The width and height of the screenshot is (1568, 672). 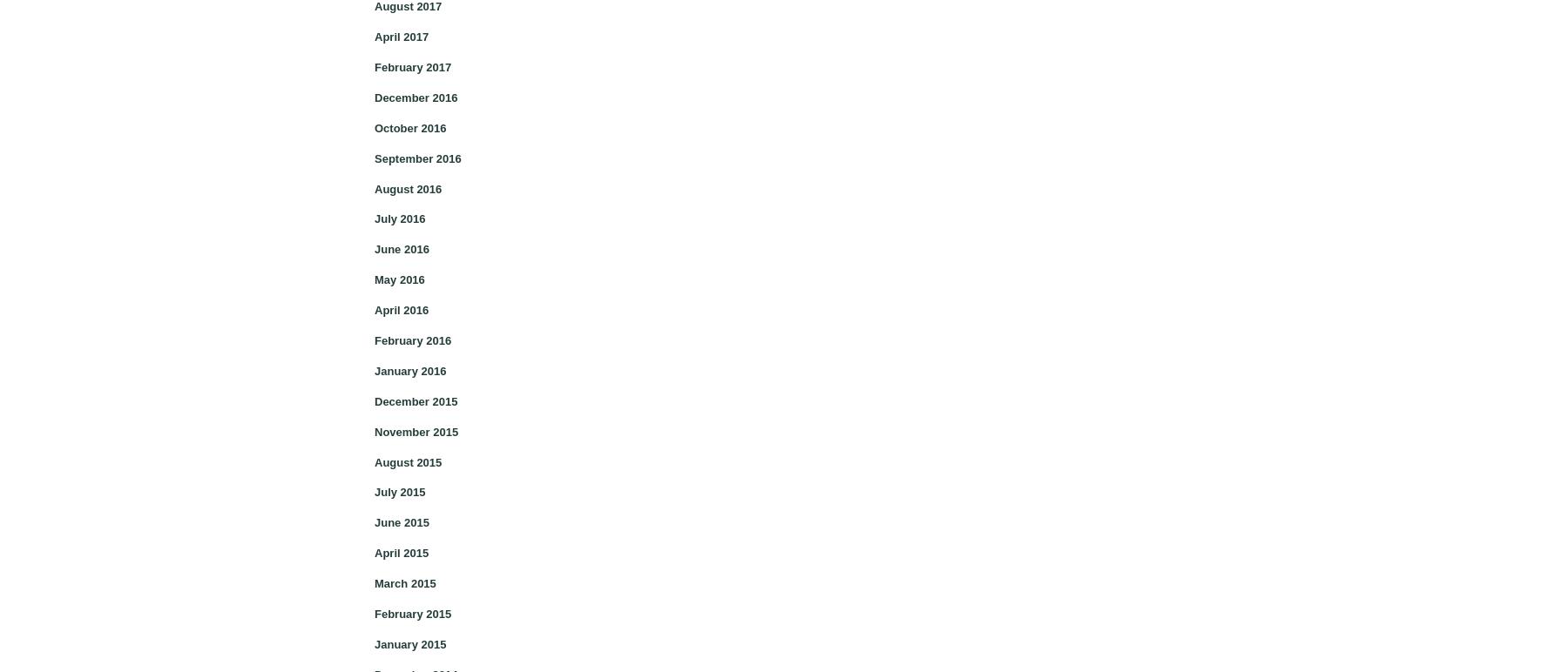 What do you see at coordinates (409, 369) in the screenshot?
I see `'January 2016'` at bounding box center [409, 369].